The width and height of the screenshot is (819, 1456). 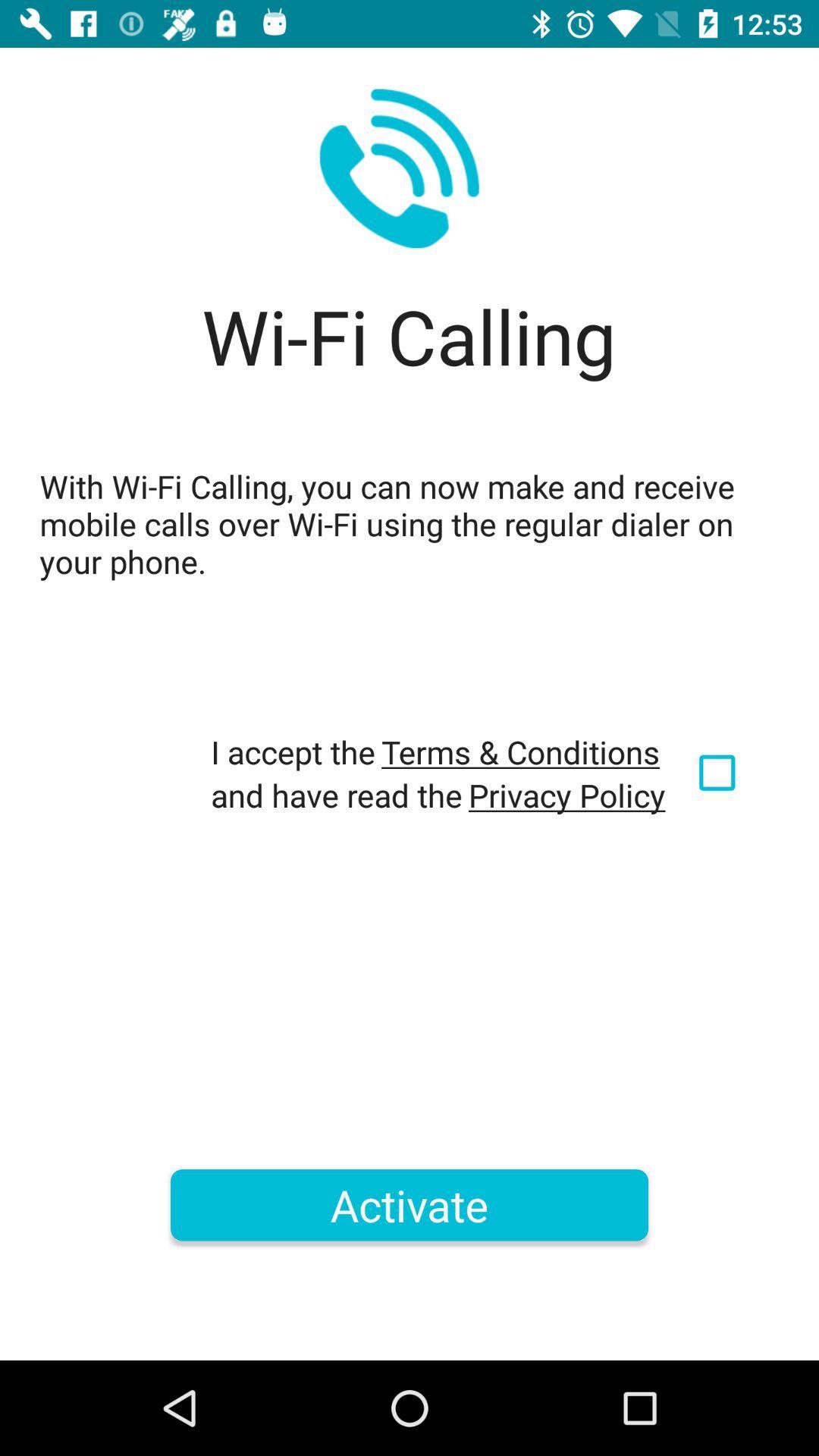 What do you see at coordinates (719, 773) in the screenshot?
I see `app next to privacy policy icon` at bounding box center [719, 773].